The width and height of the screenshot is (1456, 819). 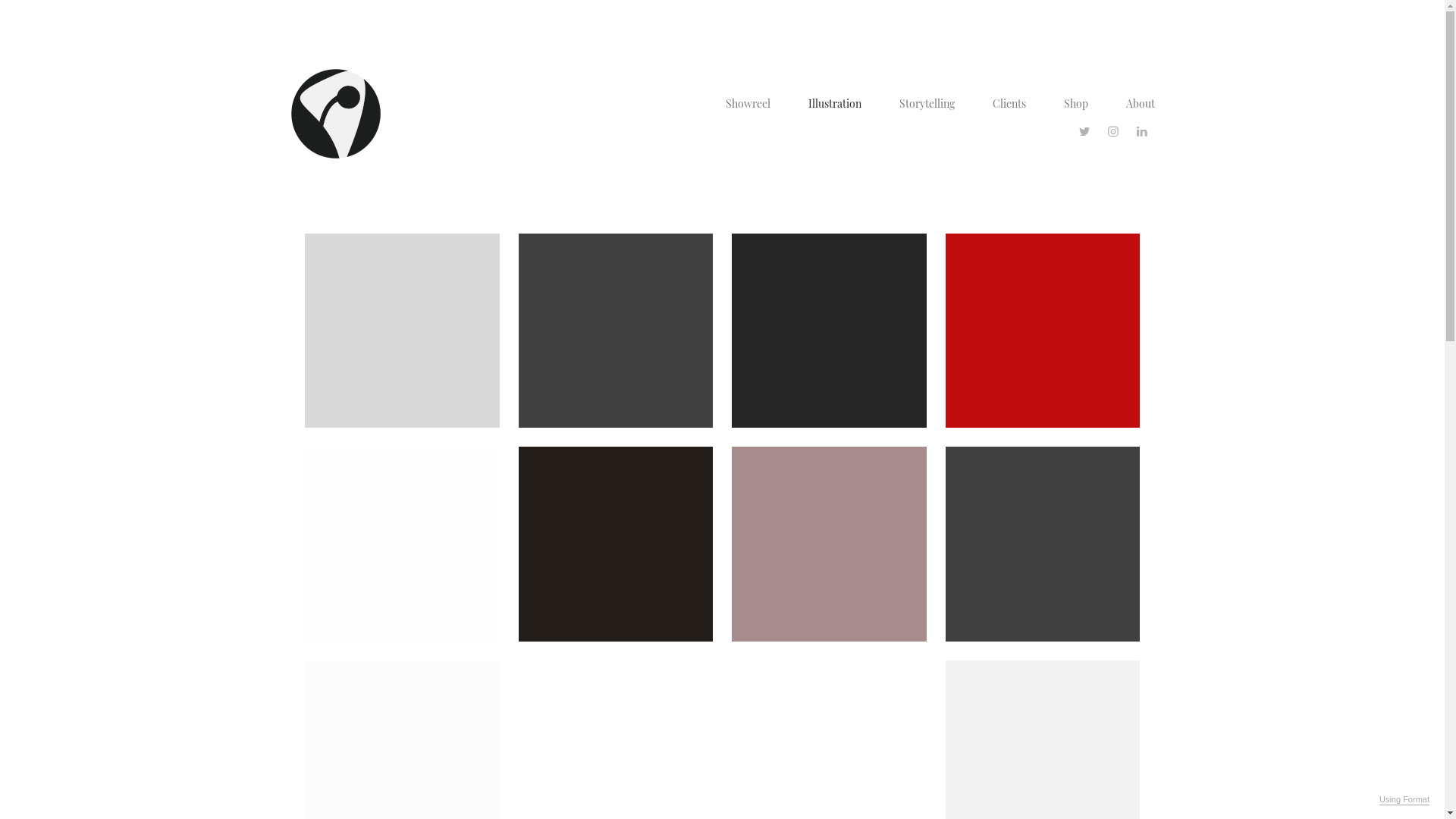 What do you see at coordinates (1074, 102) in the screenshot?
I see `'Shop'` at bounding box center [1074, 102].